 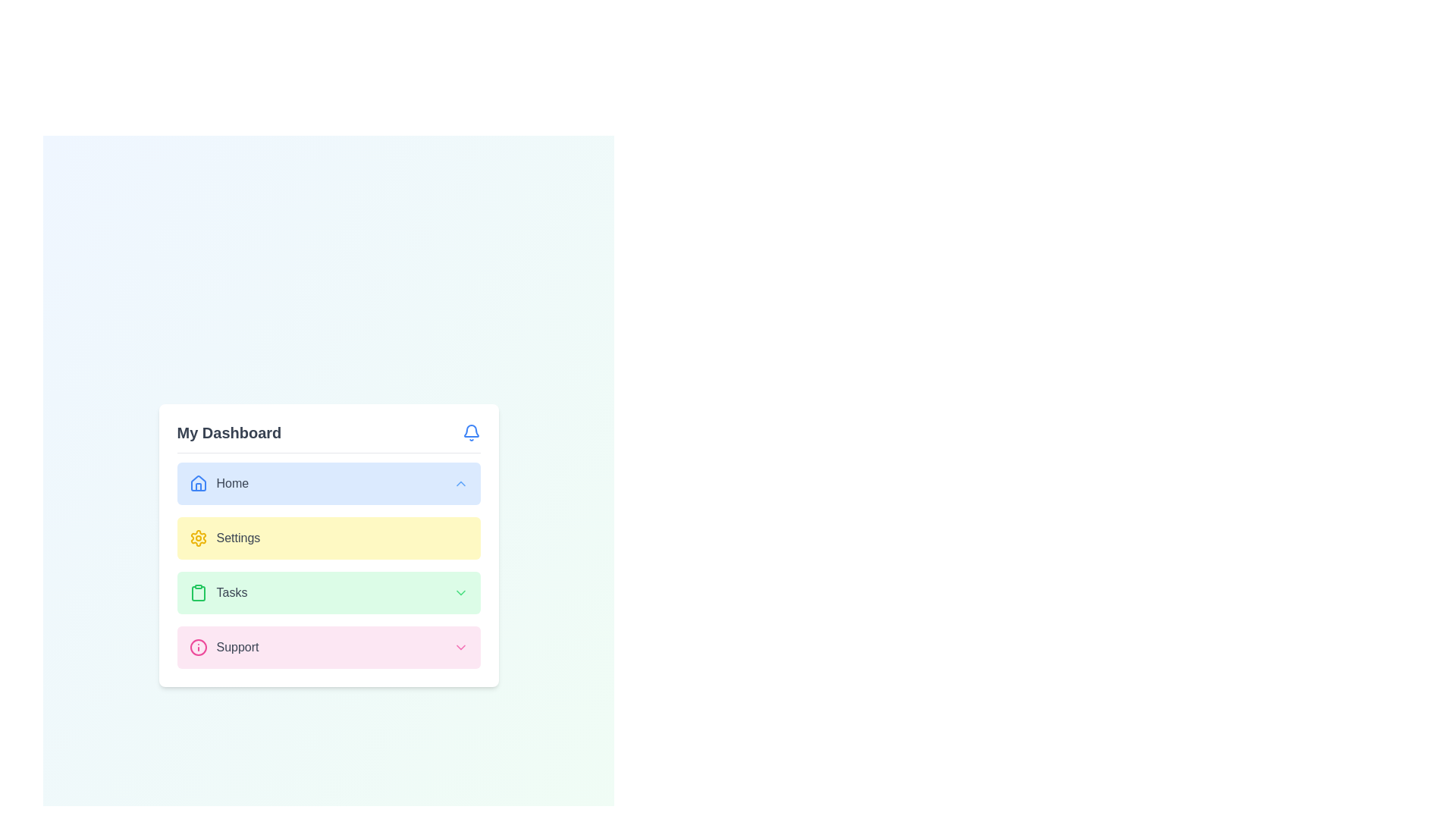 What do you see at coordinates (231, 483) in the screenshot?
I see `the 'Home' text label, which is styled with a medium font and gray color, positioned to the right of a blue house icon in the 'My Dashboard' section` at bounding box center [231, 483].